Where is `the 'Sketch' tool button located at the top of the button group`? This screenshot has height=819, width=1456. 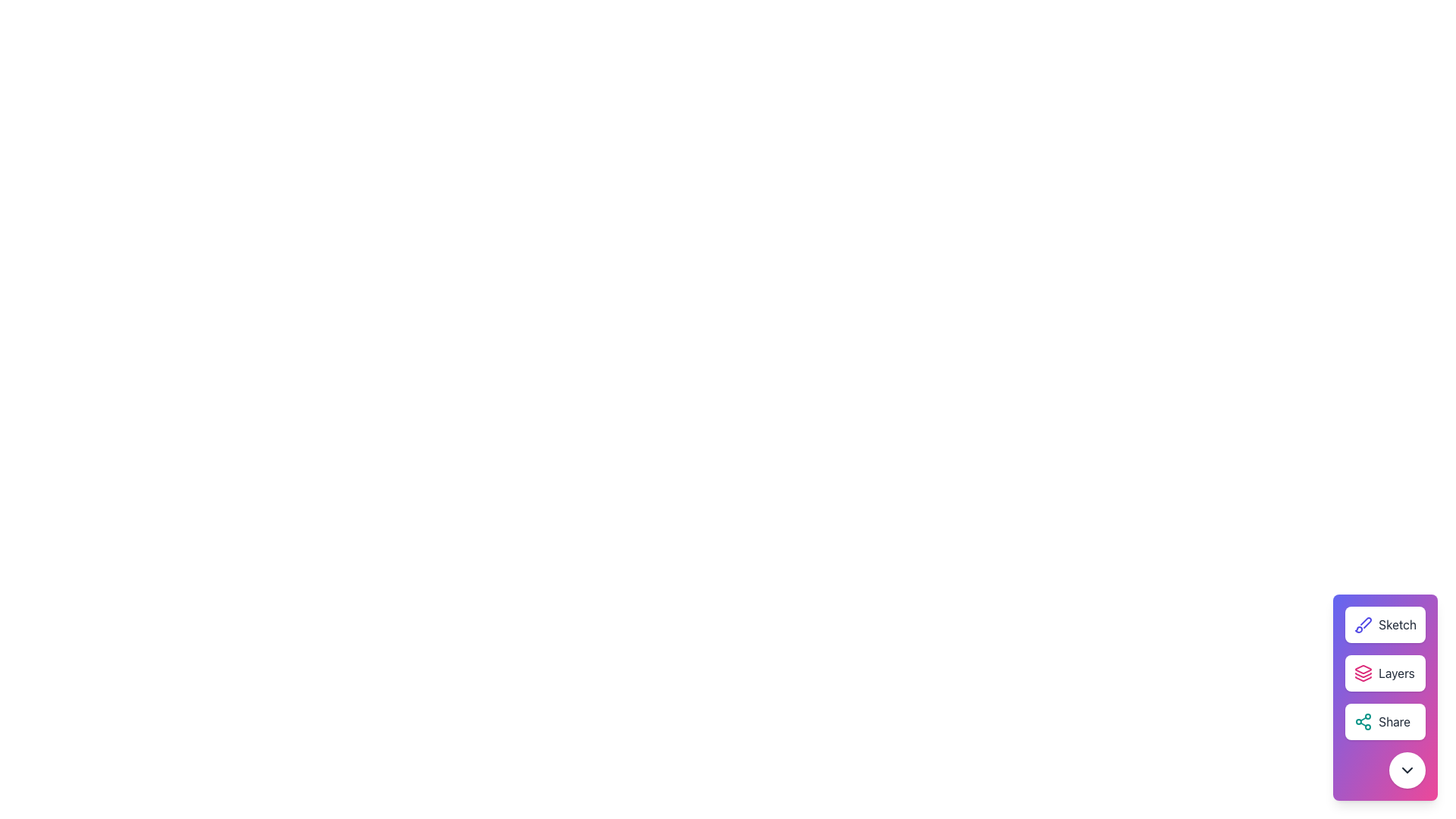 the 'Sketch' tool button located at the top of the button group is located at coordinates (1385, 625).